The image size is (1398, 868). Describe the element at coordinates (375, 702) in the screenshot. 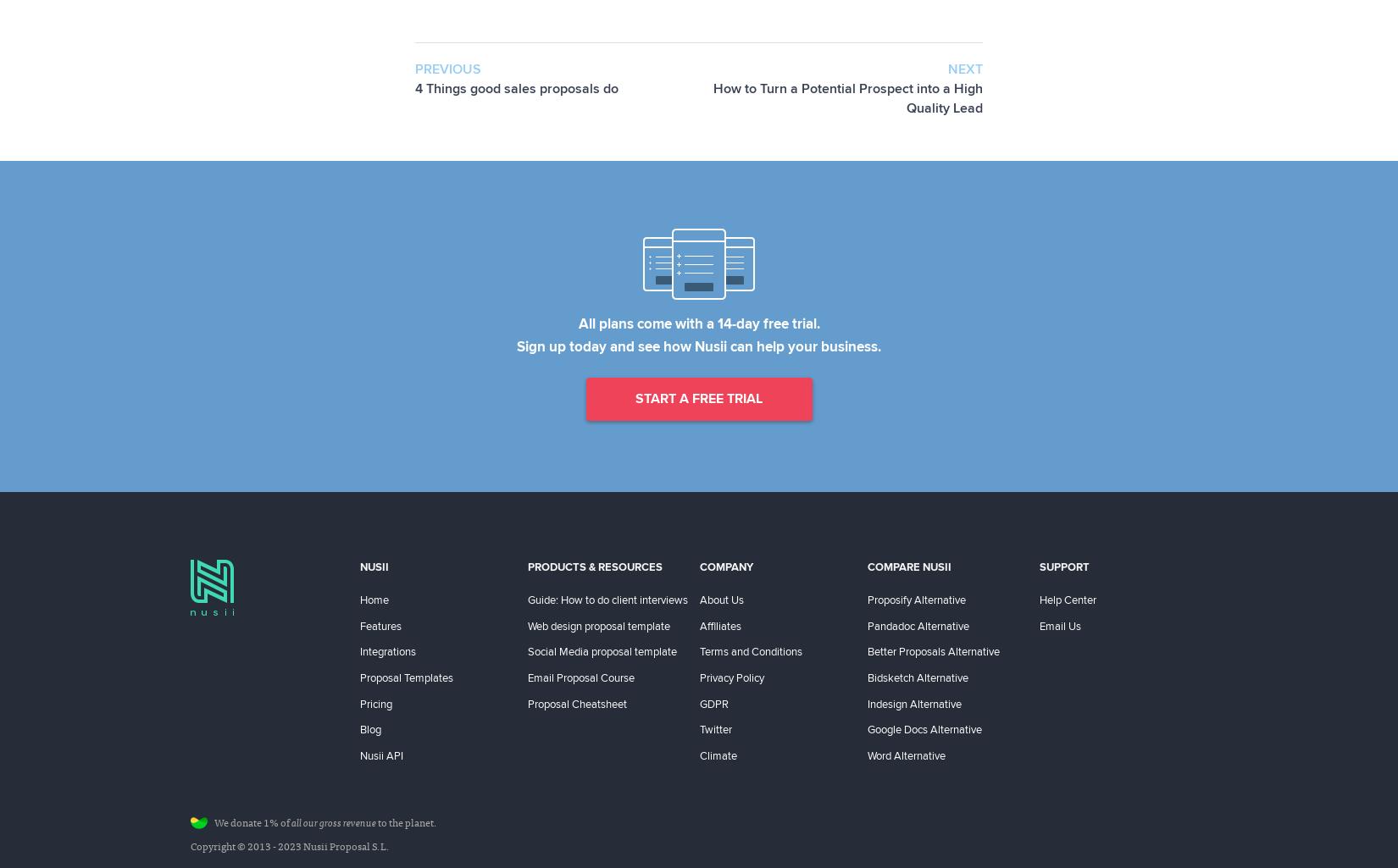

I see `'Pricing'` at that location.